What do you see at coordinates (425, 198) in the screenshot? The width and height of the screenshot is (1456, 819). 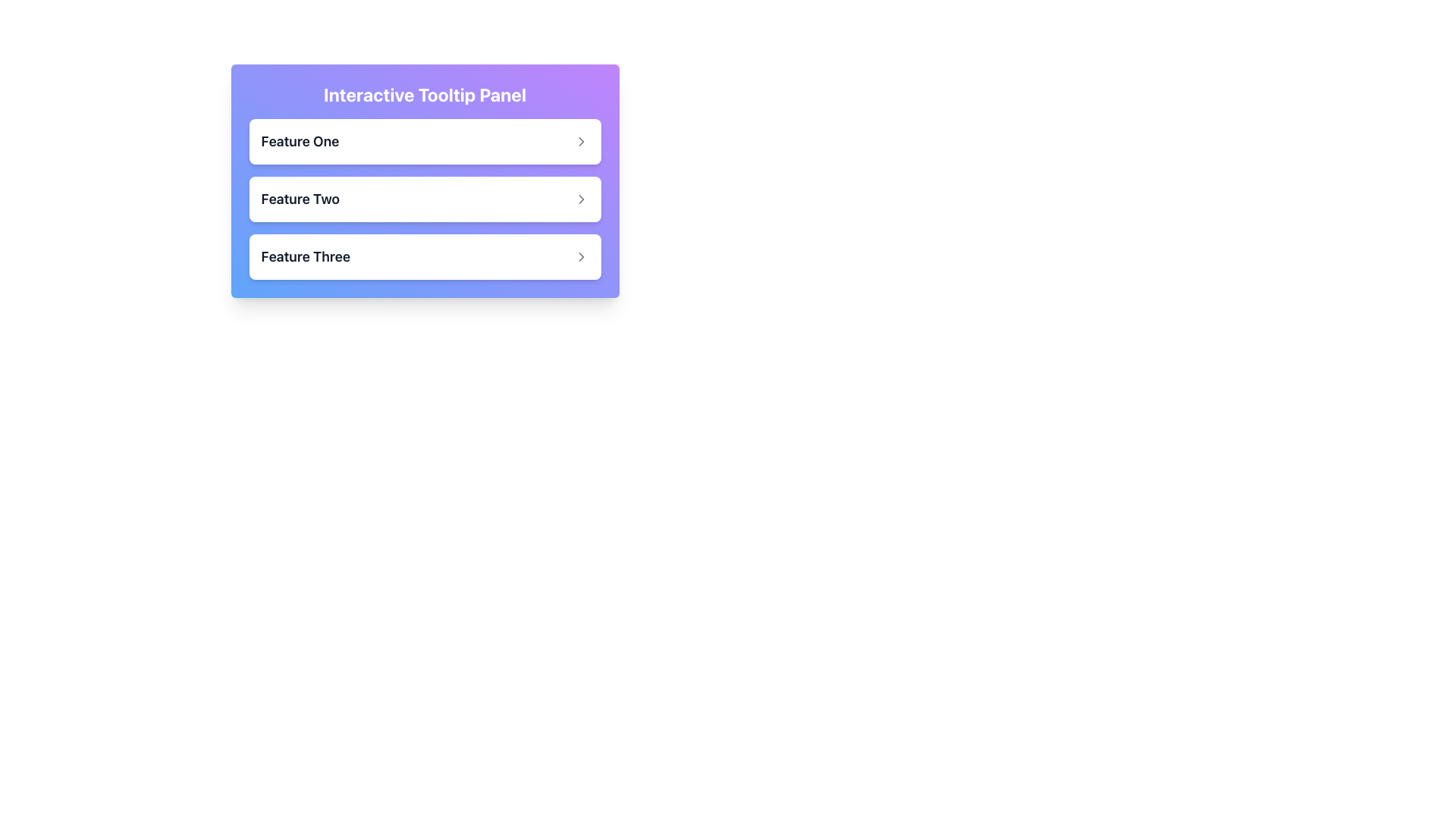 I see `the Card-like UI element that represents 'Feature Two'` at bounding box center [425, 198].